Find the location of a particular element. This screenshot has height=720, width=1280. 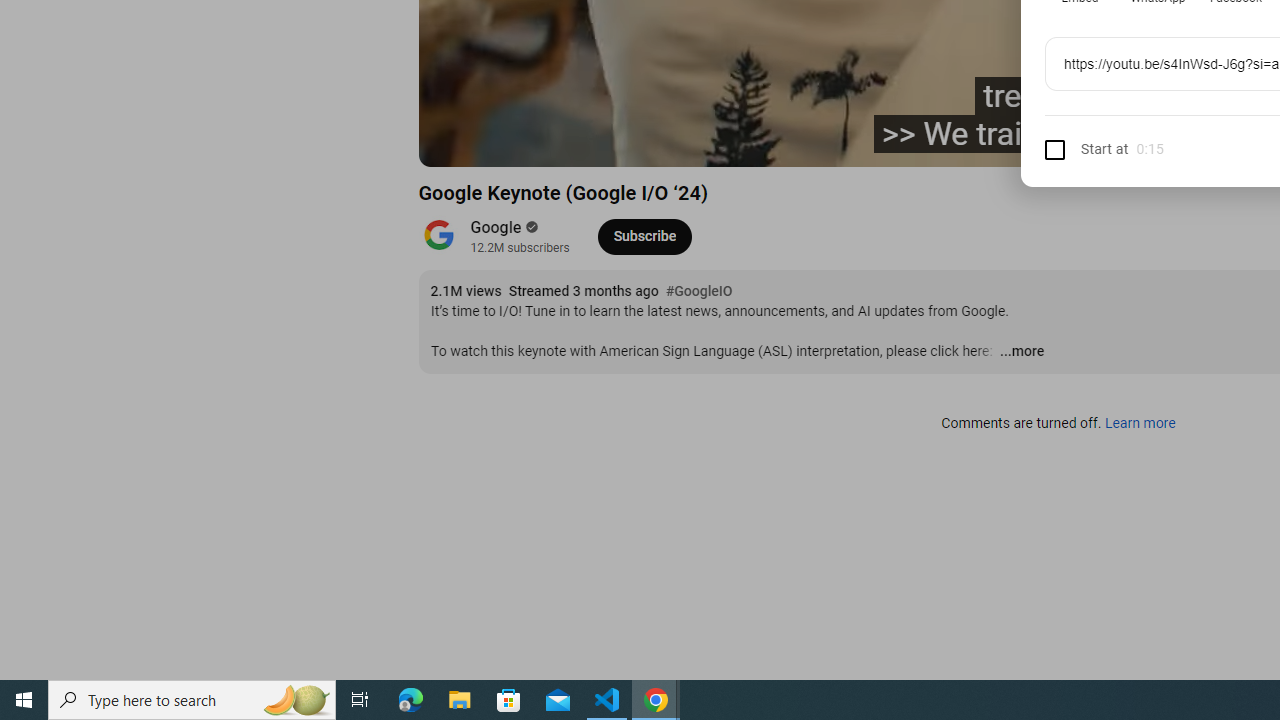

'Verified' is located at coordinates (530, 226).